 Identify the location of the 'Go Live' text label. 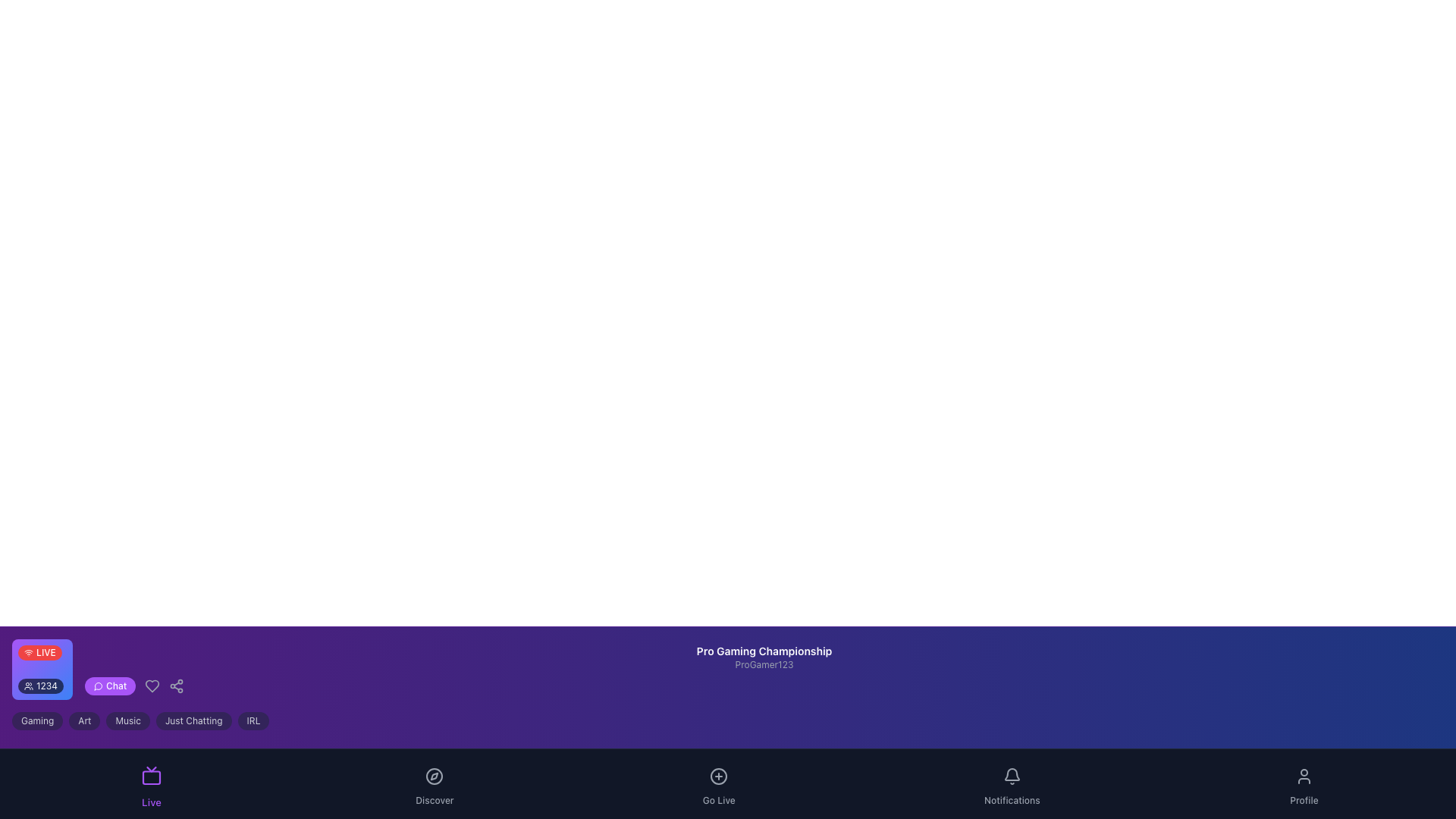
(718, 800).